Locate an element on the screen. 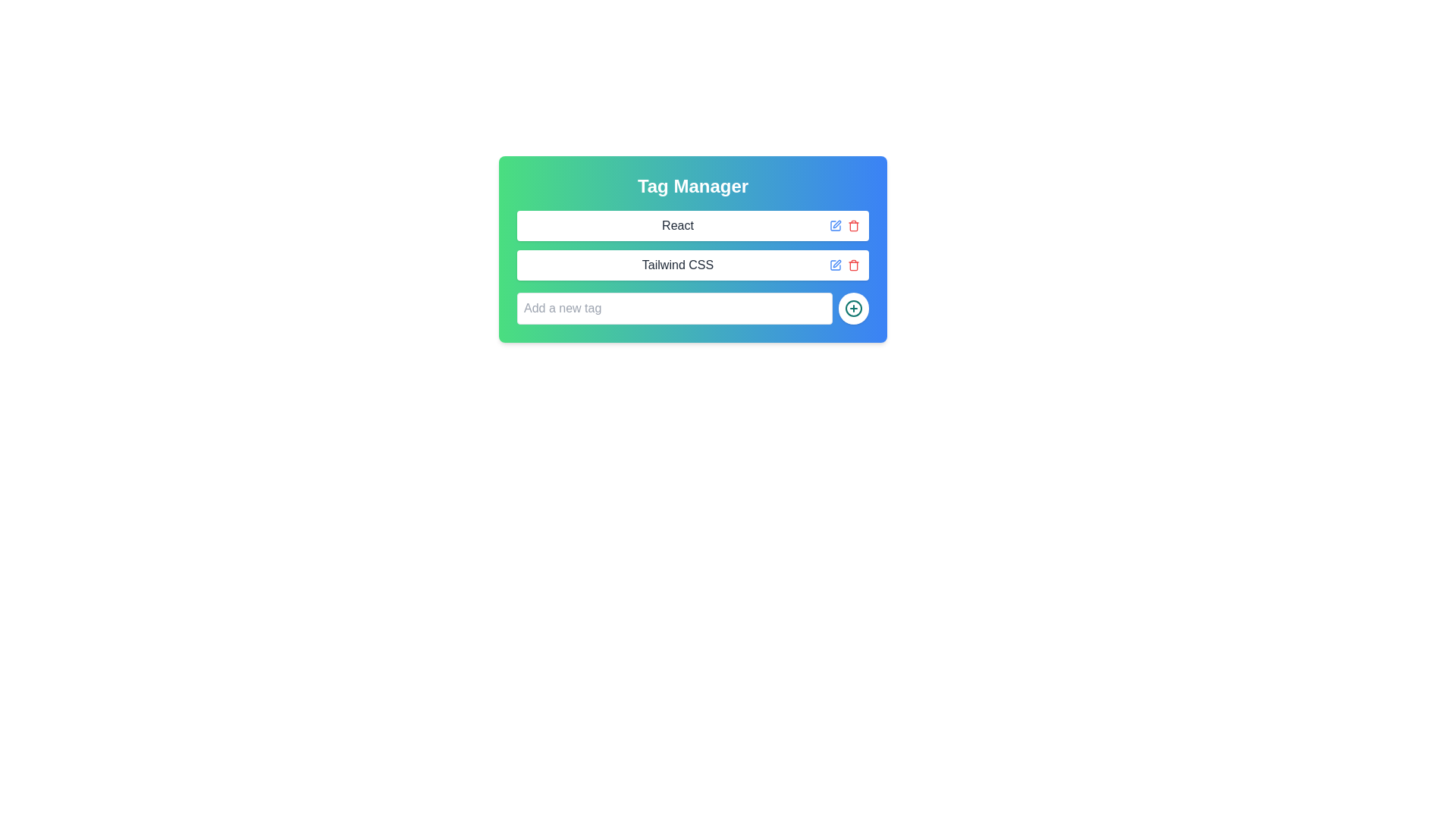 The image size is (1456, 819). the Circular button icon with a teal color and a plus sign in the center, located at the bottom-right corner of the 'Add a new tag' input field in the 'Tag Manager' card interface is located at coordinates (854, 308).